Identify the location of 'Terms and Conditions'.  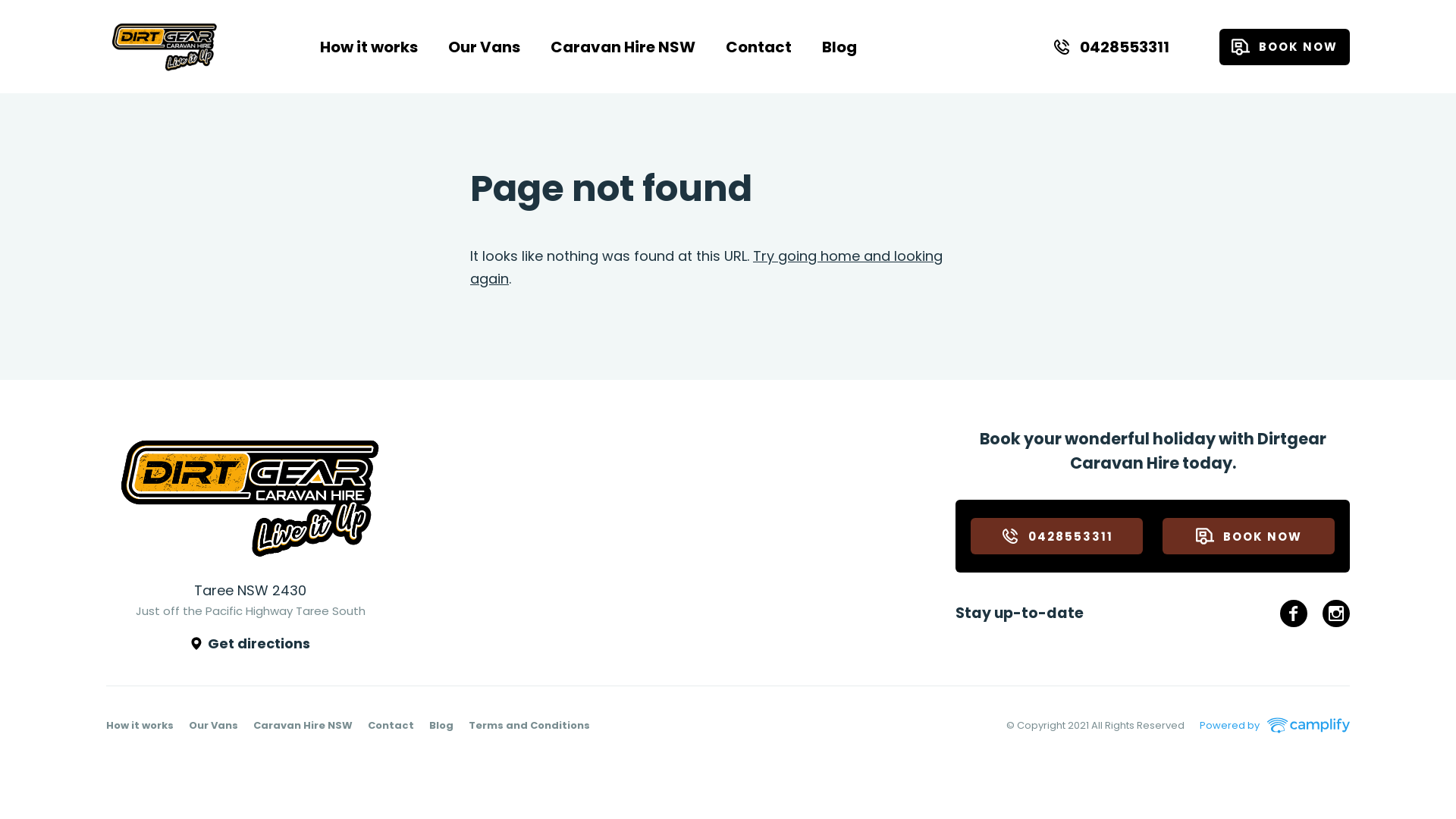
(529, 724).